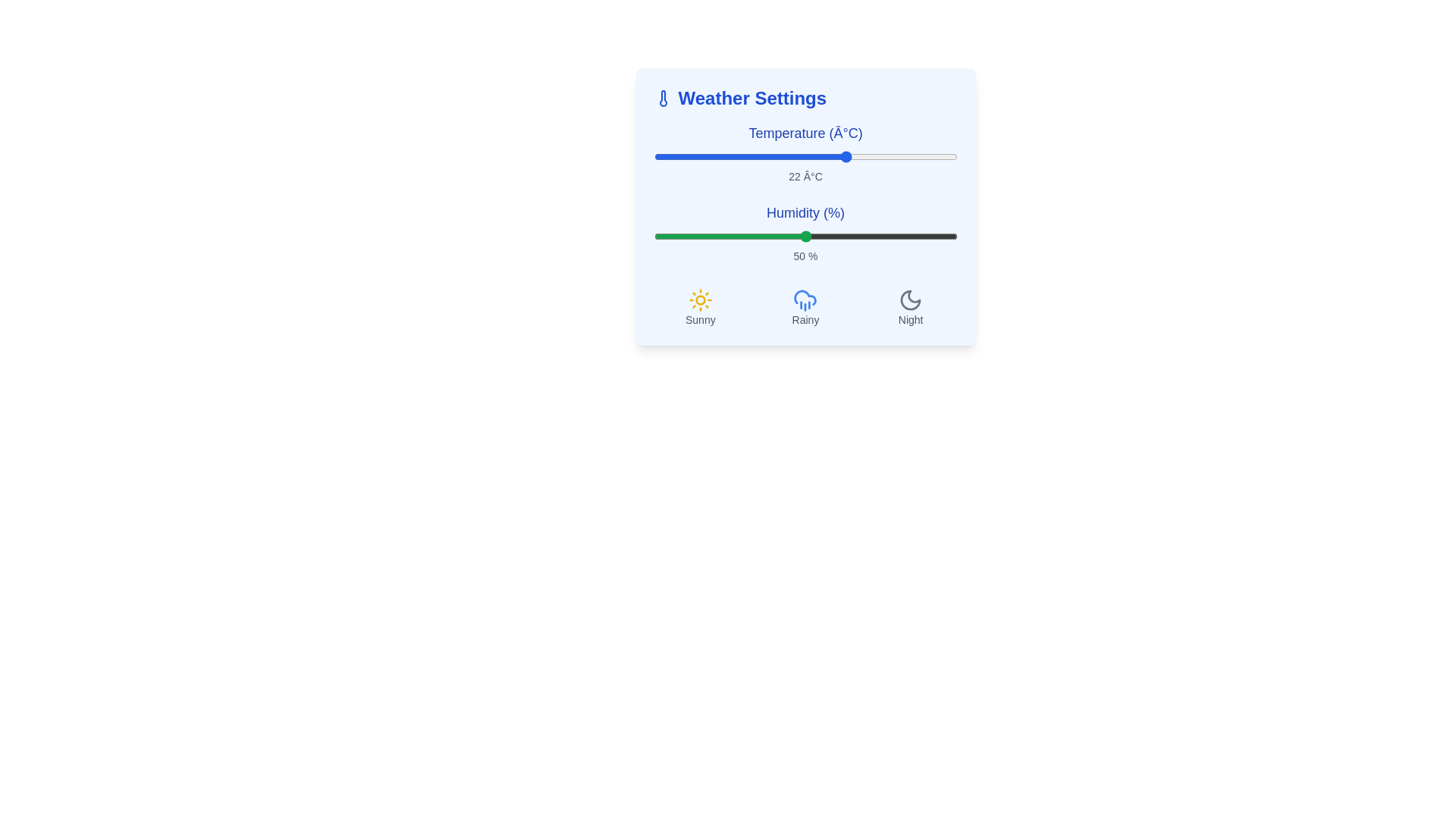 This screenshot has height=819, width=1456. Describe the element at coordinates (910, 300) in the screenshot. I see `the nighttime icon in the weather settings interface` at that location.